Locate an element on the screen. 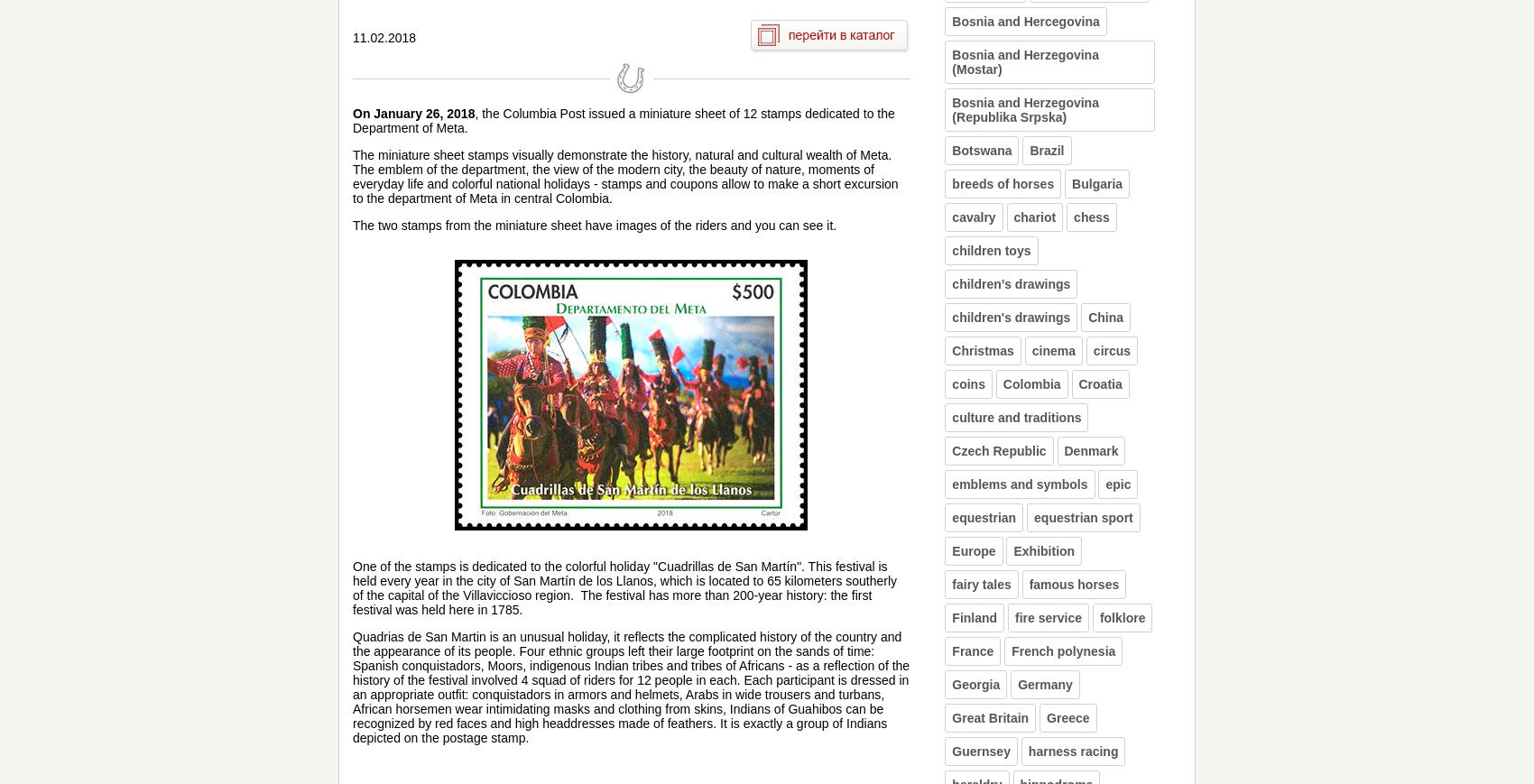 This screenshot has width=1534, height=784. 'fairy tales' is located at coordinates (981, 585).